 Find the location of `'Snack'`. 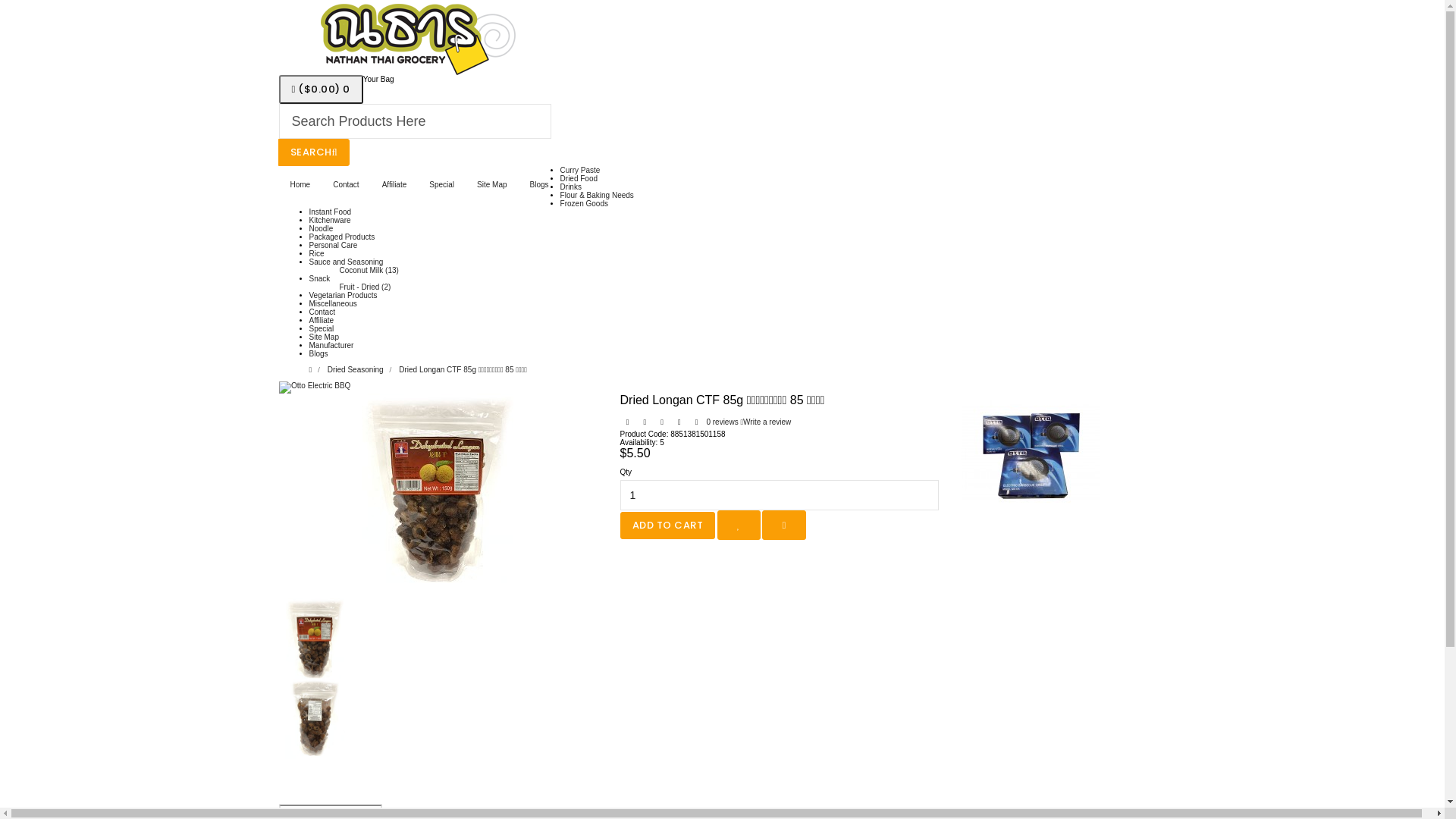

'Snack' is located at coordinates (319, 278).